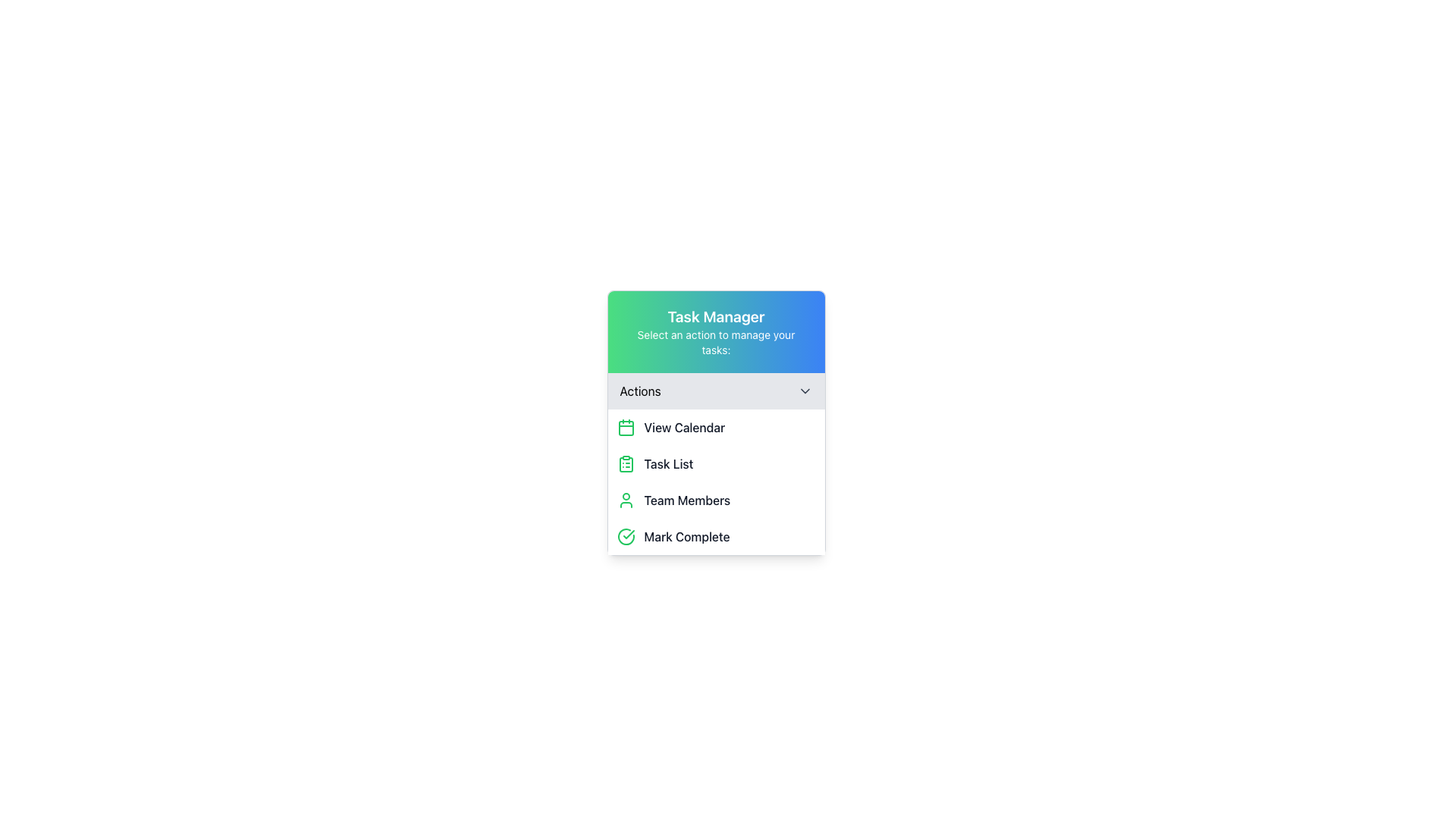 The height and width of the screenshot is (819, 1456). Describe the element at coordinates (626, 500) in the screenshot. I see `the user profile icon with a green outline located in the 'Team Members' section, adjacent to the label 'Team Members'` at that location.